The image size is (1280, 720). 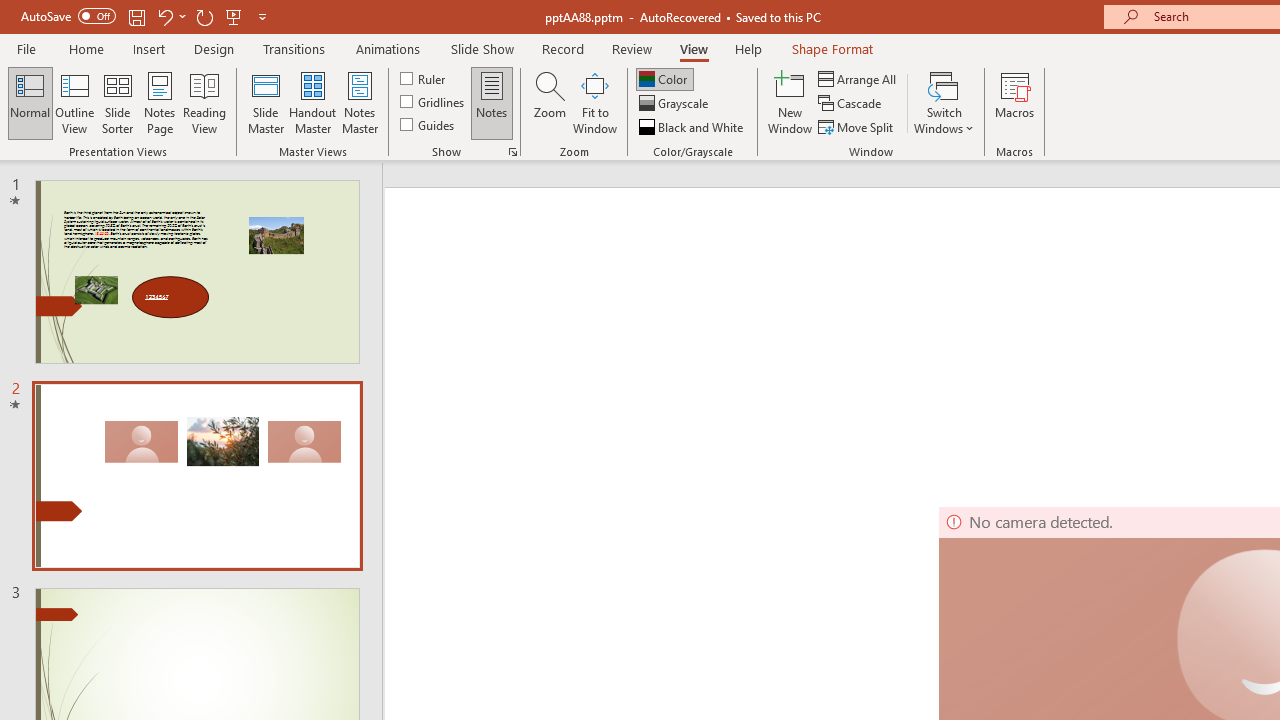 I want to click on 'New Window', so click(x=789, y=103).